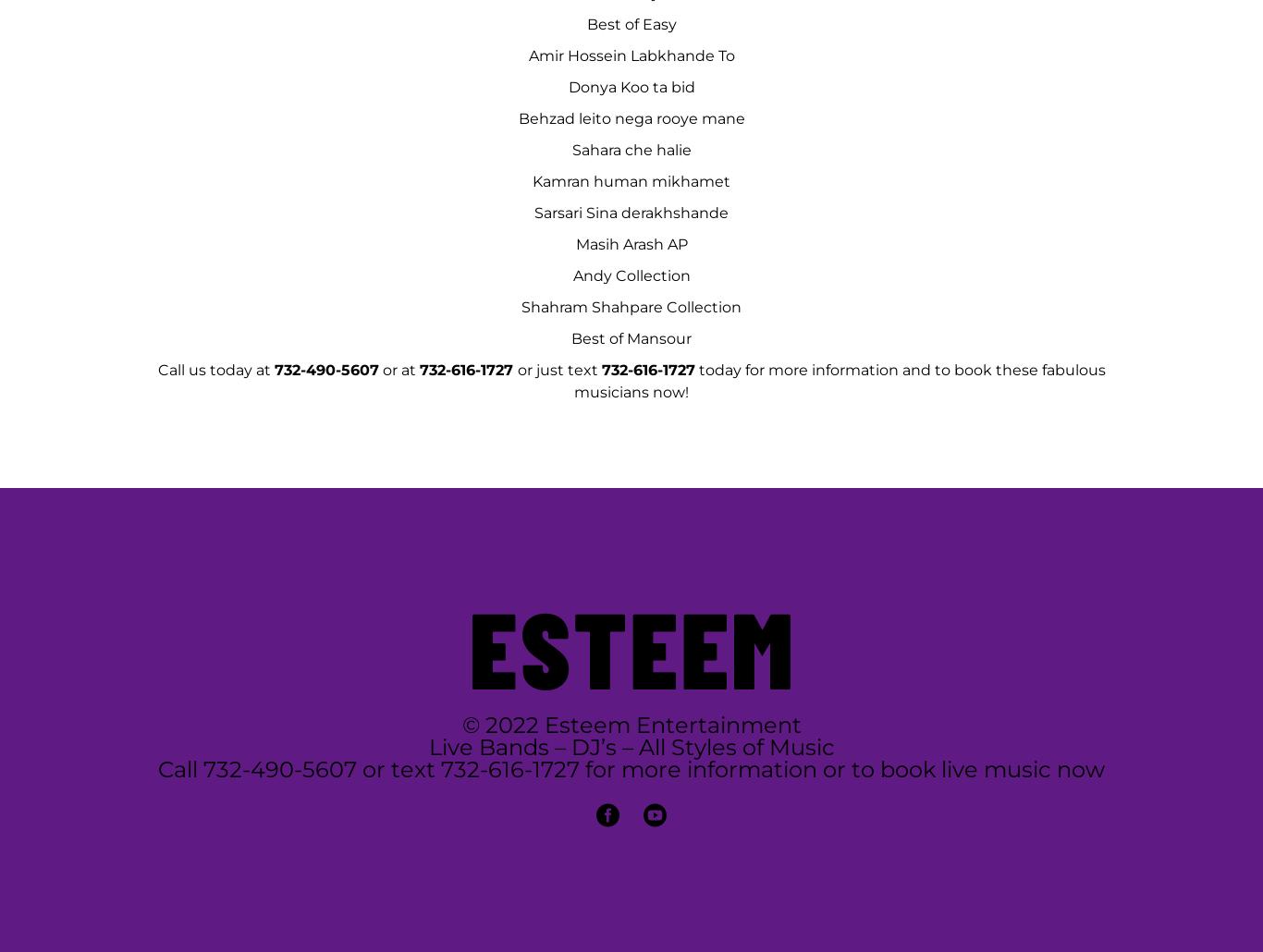 The height and width of the screenshot is (952, 1263). Describe the element at coordinates (397, 370) in the screenshot. I see `'or at'` at that location.